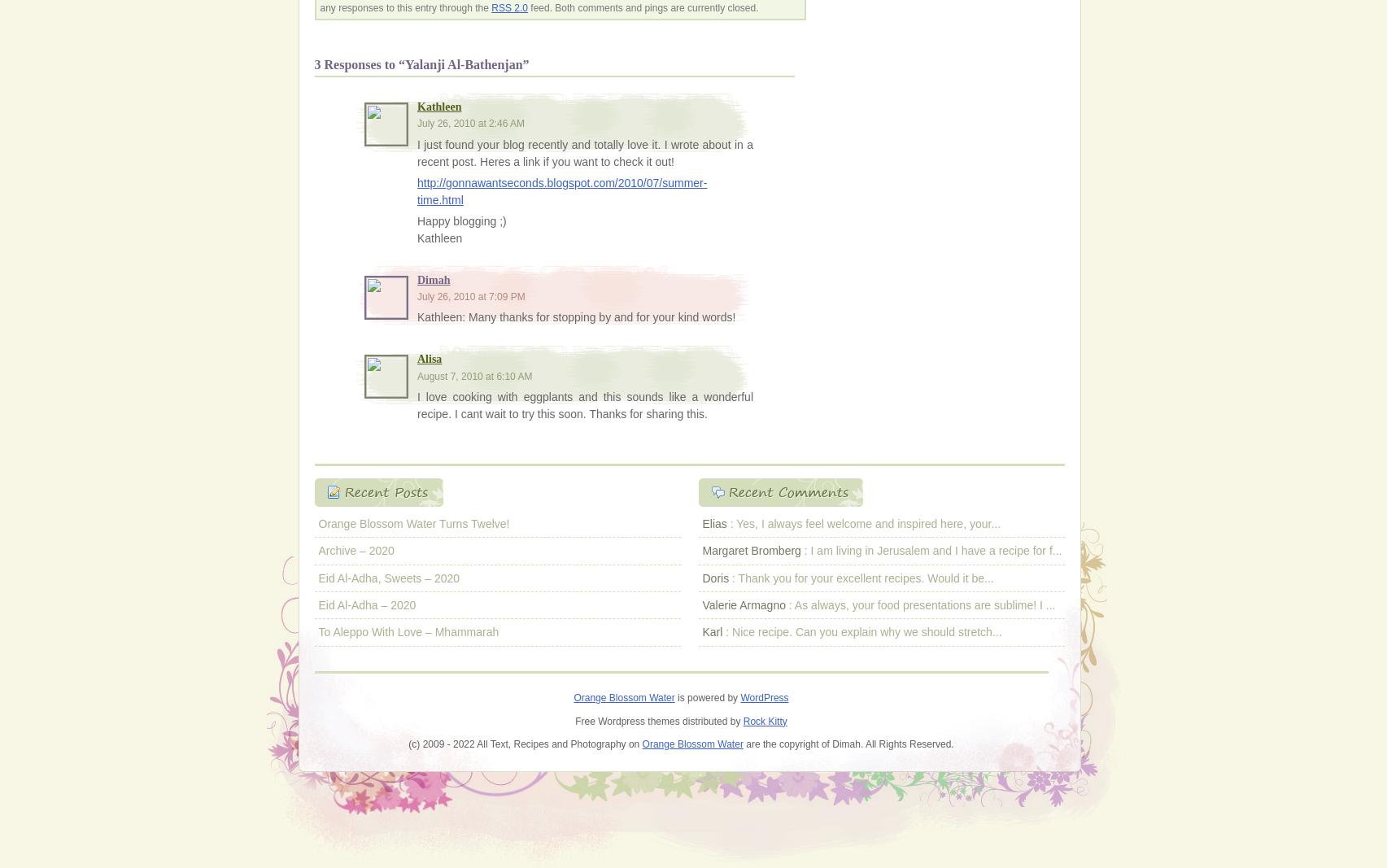 The height and width of the screenshot is (868, 1387). What do you see at coordinates (417, 316) in the screenshot?
I see `'Kathleen: Many thanks for stopping by and for your kind words!'` at bounding box center [417, 316].